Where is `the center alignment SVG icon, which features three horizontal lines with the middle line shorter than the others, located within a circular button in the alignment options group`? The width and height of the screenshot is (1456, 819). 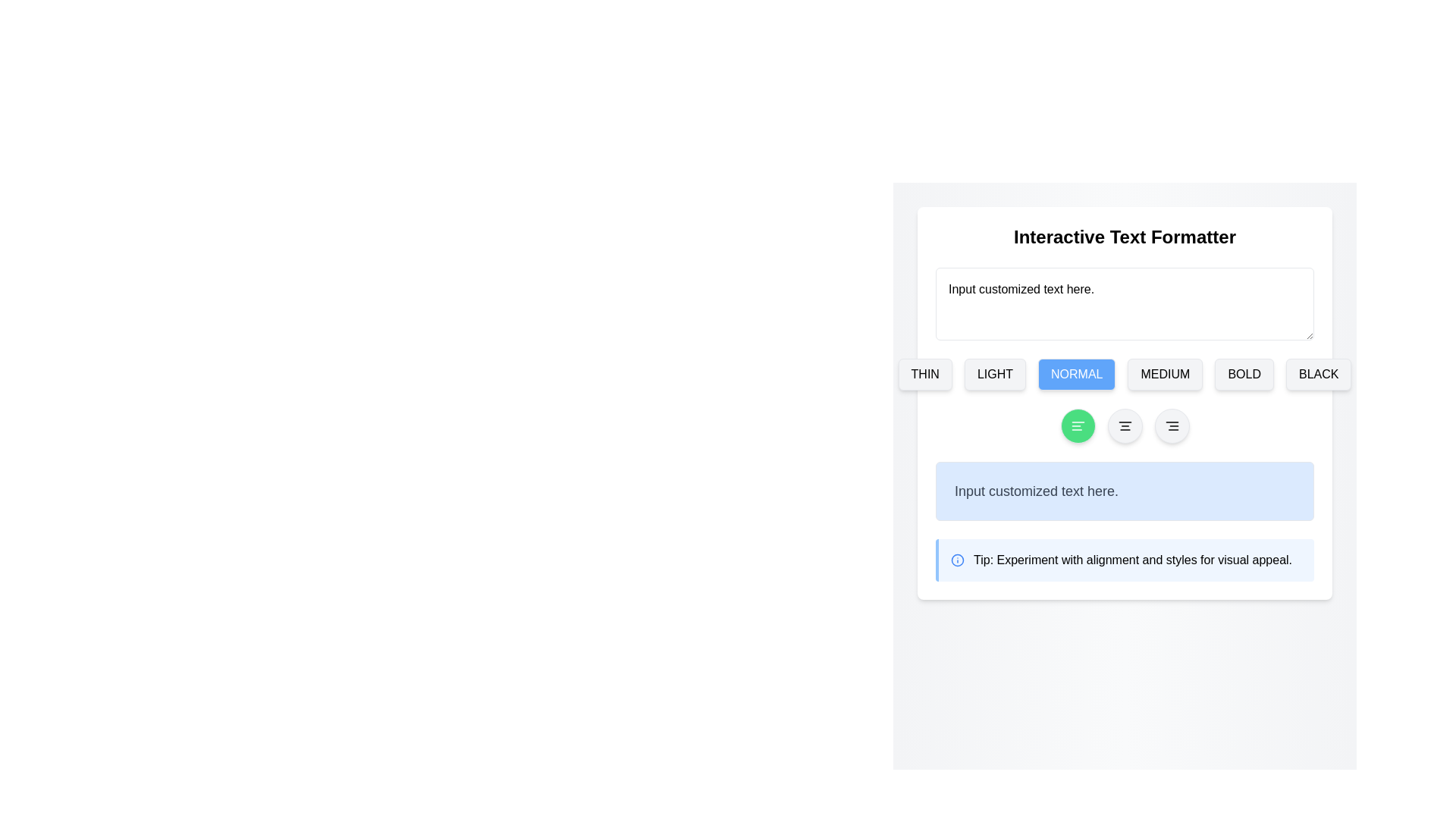 the center alignment SVG icon, which features three horizontal lines with the middle line shorter than the others, located within a circular button in the alignment options group is located at coordinates (1125, 426).